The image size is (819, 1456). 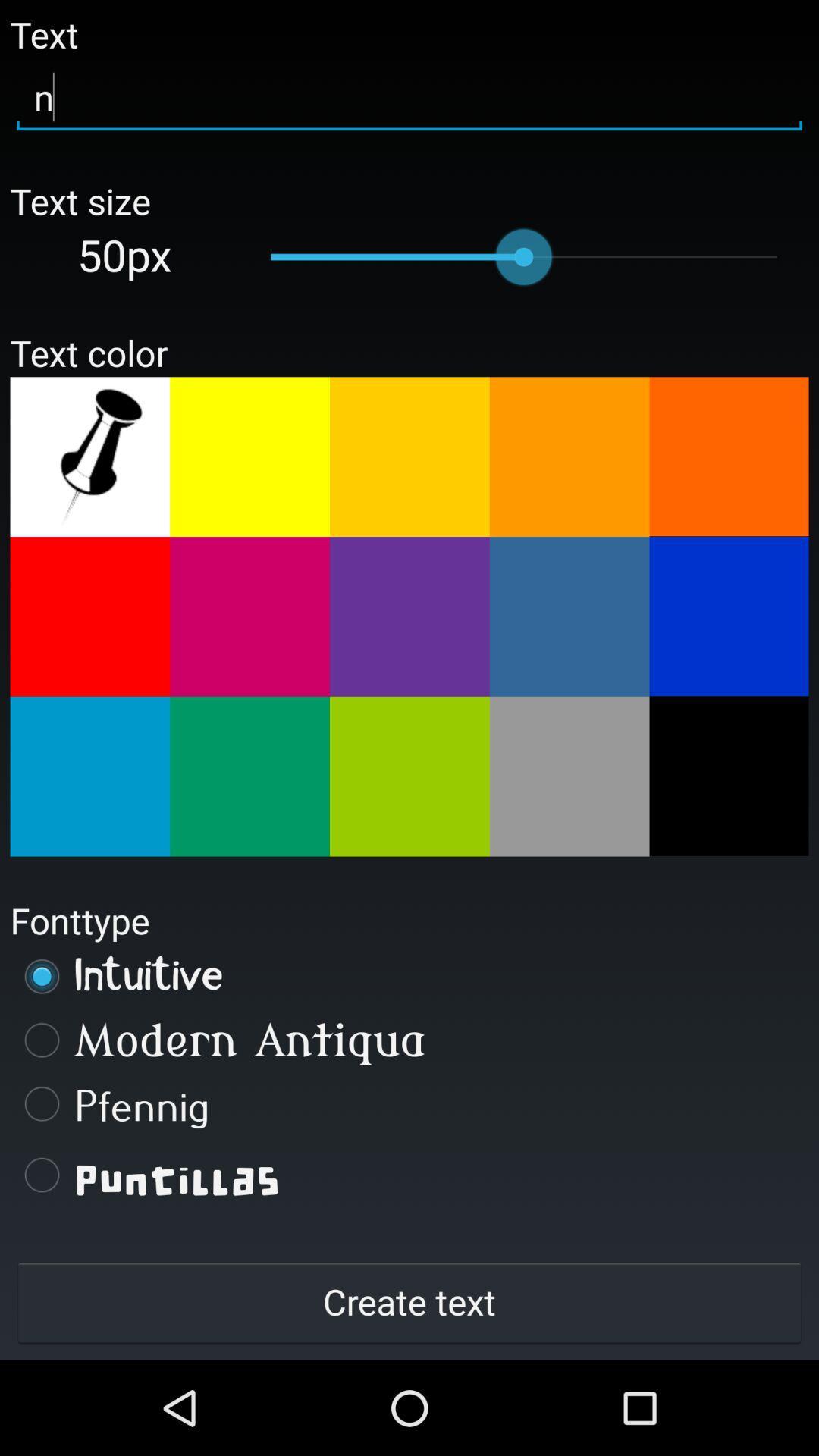 I want to click on yellow, so click(x=249, y=456).